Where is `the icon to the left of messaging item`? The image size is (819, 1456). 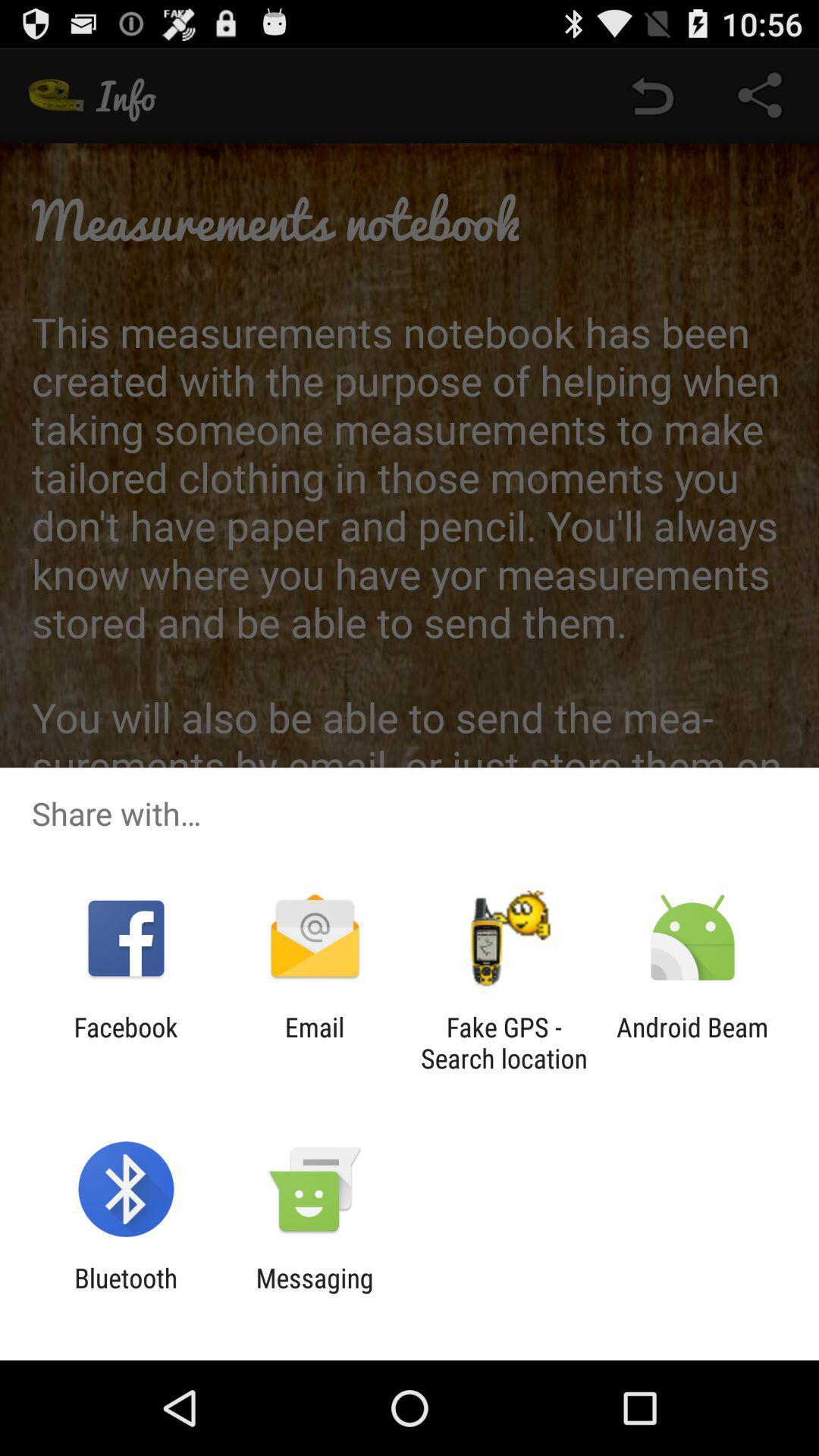
the icon to the left of messaging item is located at coordinates (125, 1293).